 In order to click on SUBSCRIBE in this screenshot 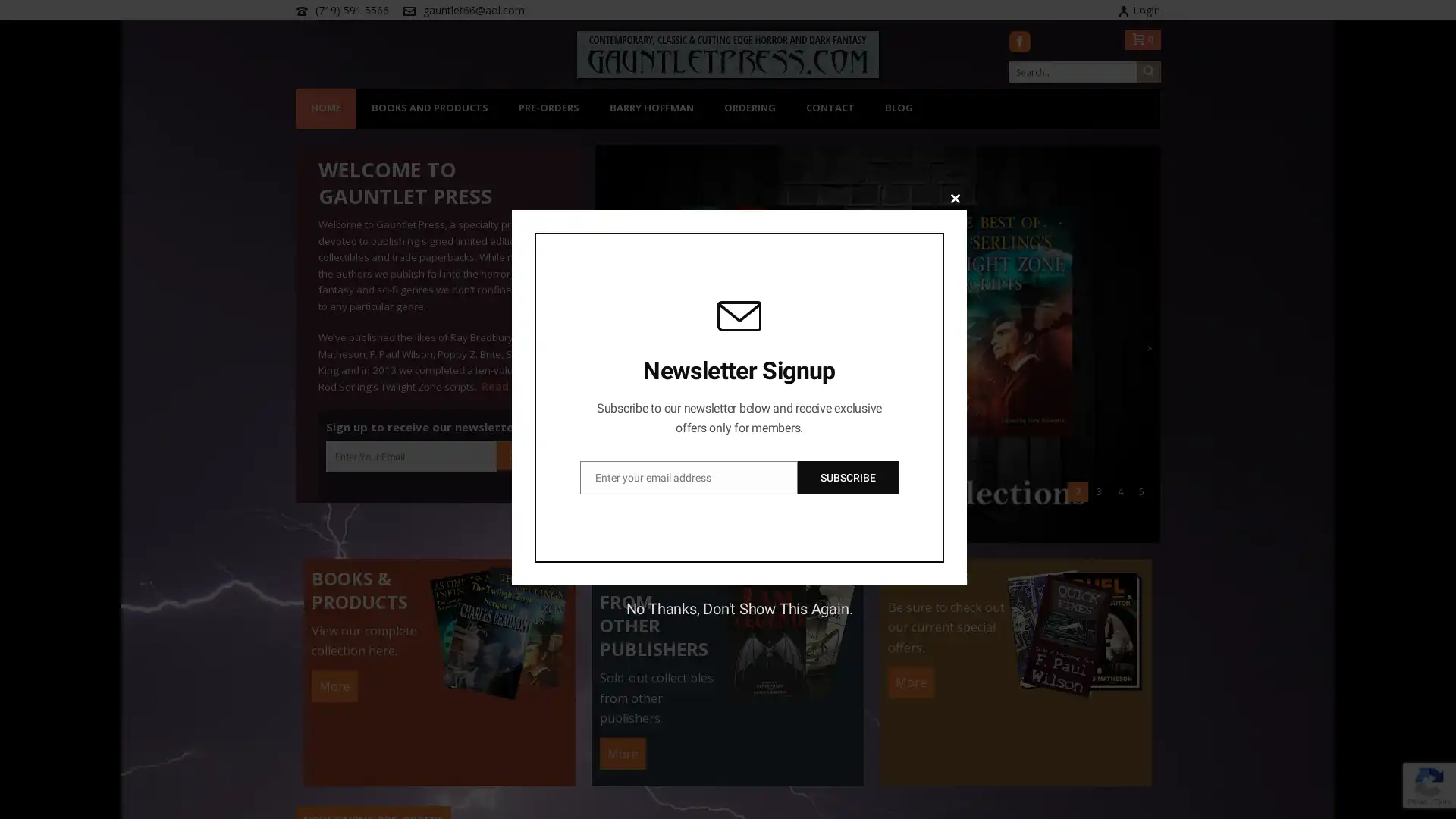, I will do `click(847, 475)`.